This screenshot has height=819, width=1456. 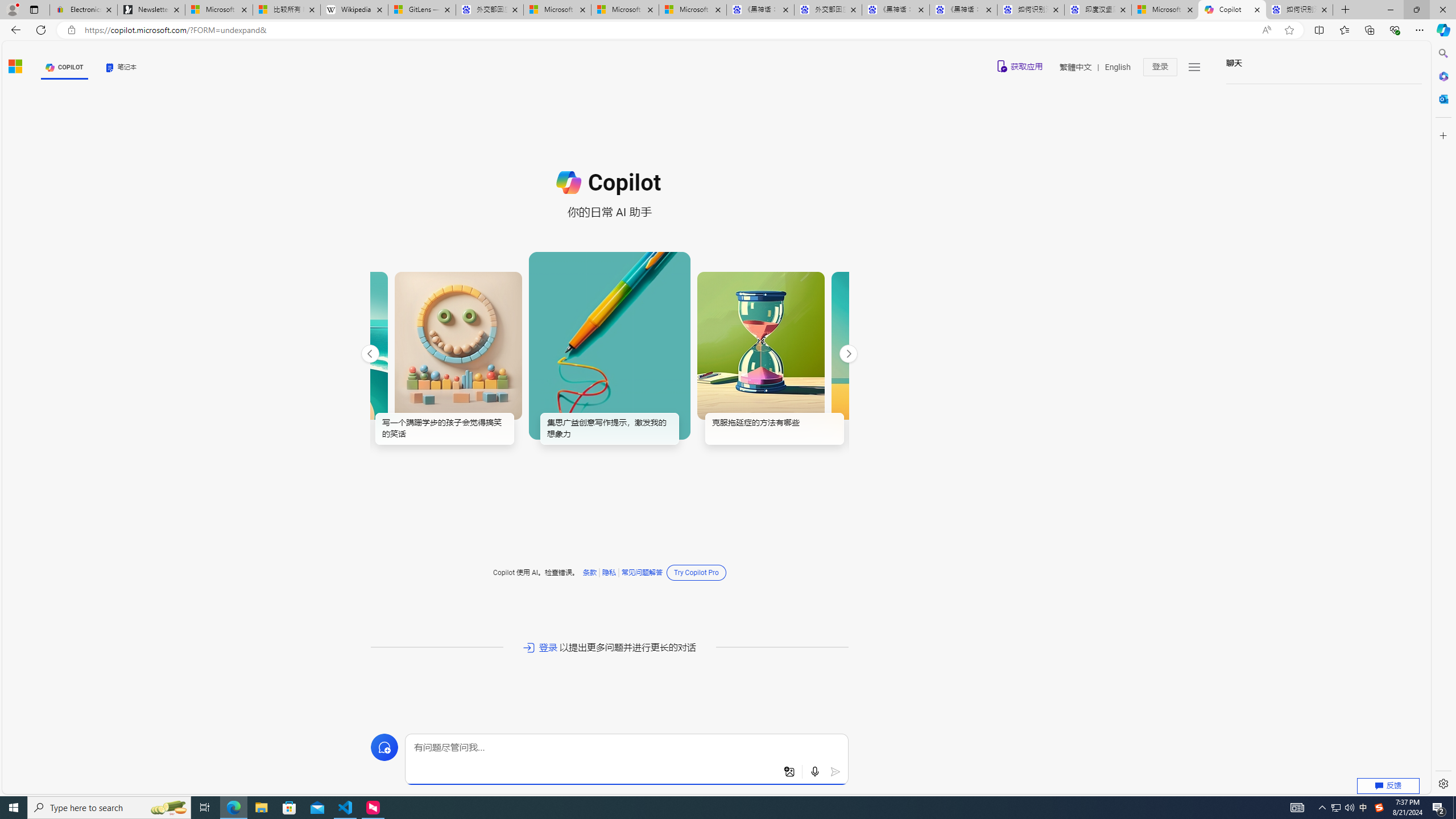 I want to click on 'COPILOT', so click(x=64, y=67).